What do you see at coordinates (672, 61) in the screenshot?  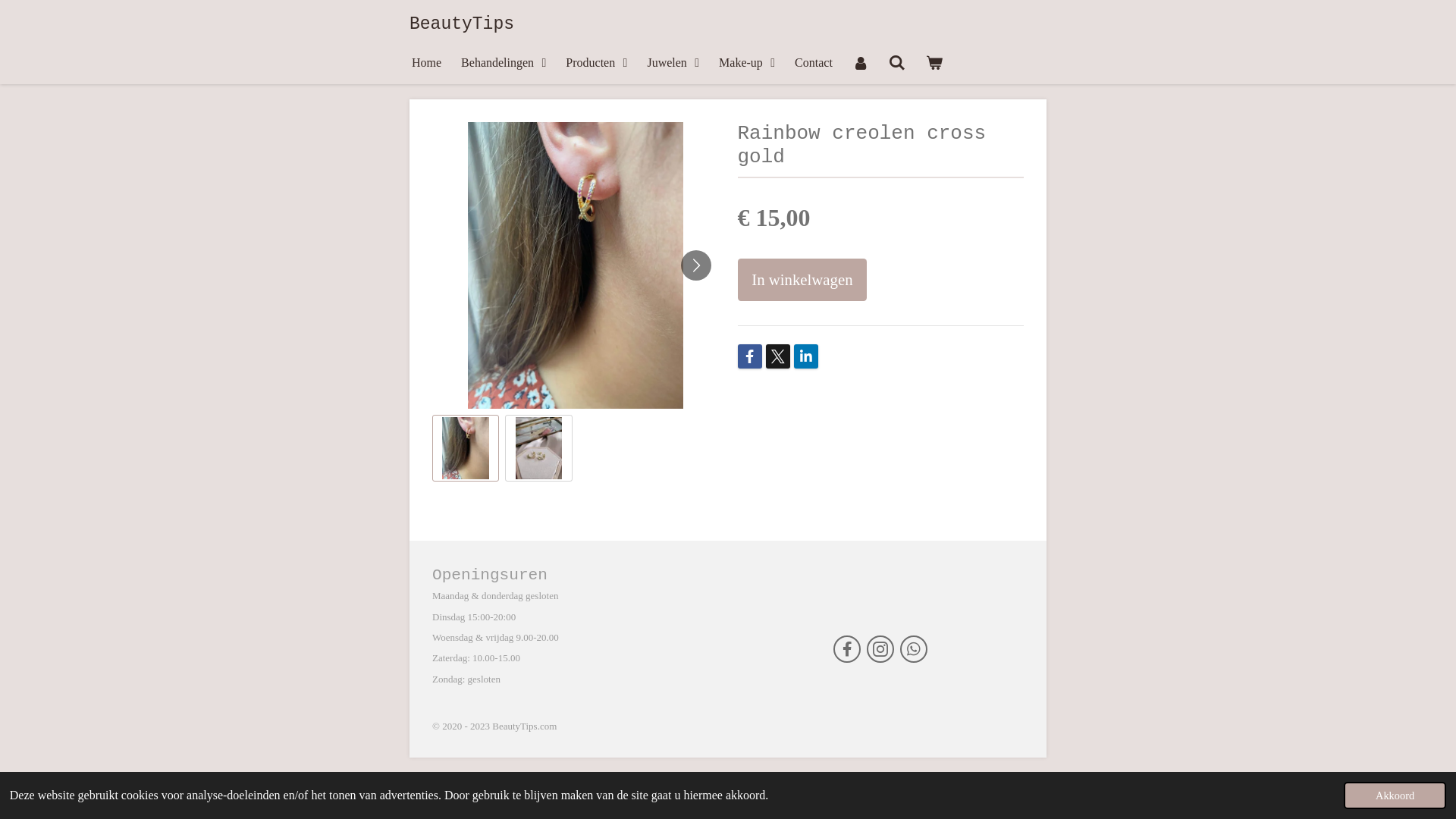 I see `'Juwelen'` at bounding box center [672, 61].